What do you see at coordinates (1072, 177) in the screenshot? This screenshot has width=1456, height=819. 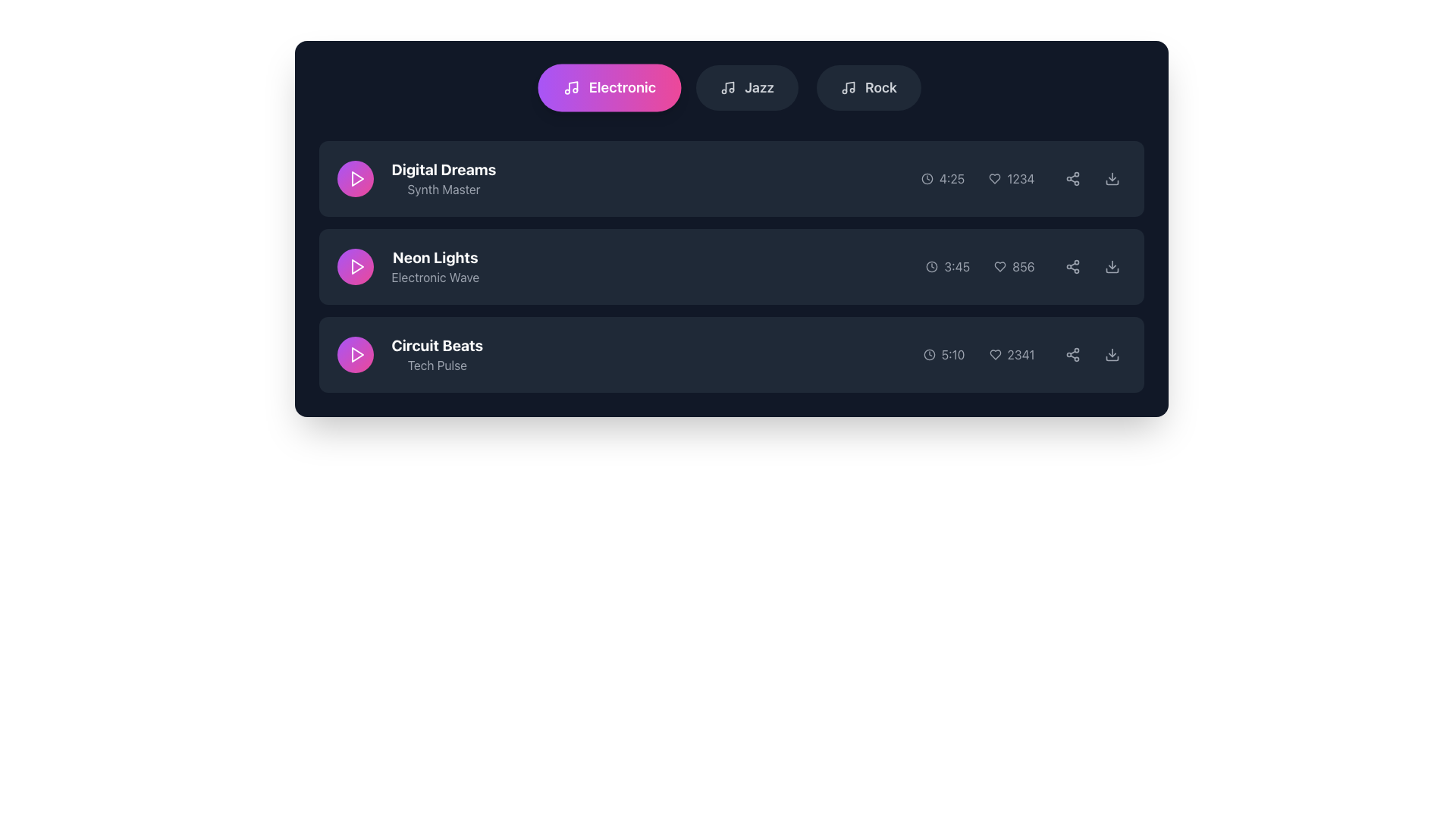 I see `the sharing button located in the rightmost section of the second row of the playlist table to observe the hover effect` at bounding box center [1072, 177].